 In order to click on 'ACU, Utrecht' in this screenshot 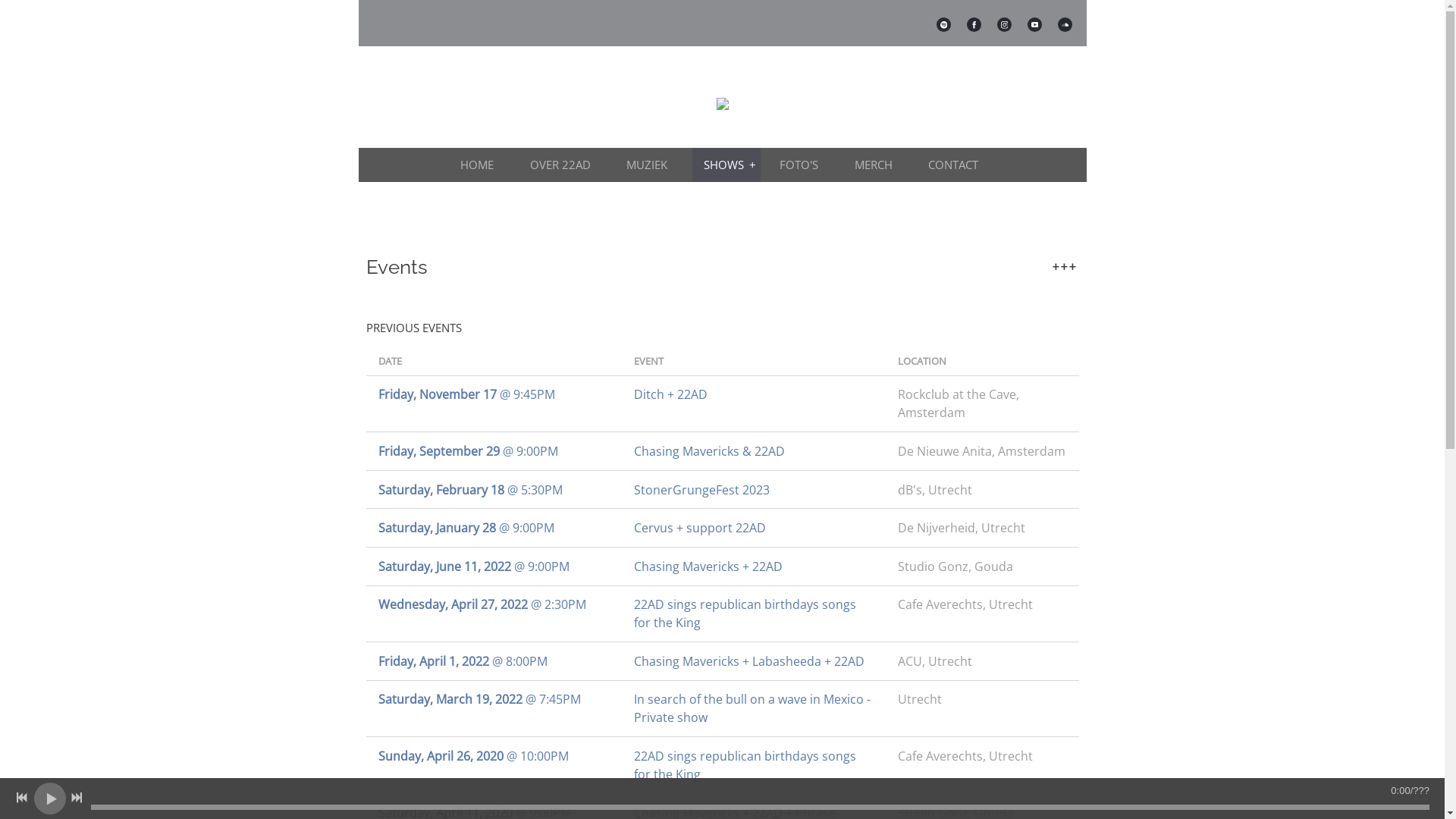, I will do `click(982, 660)`.